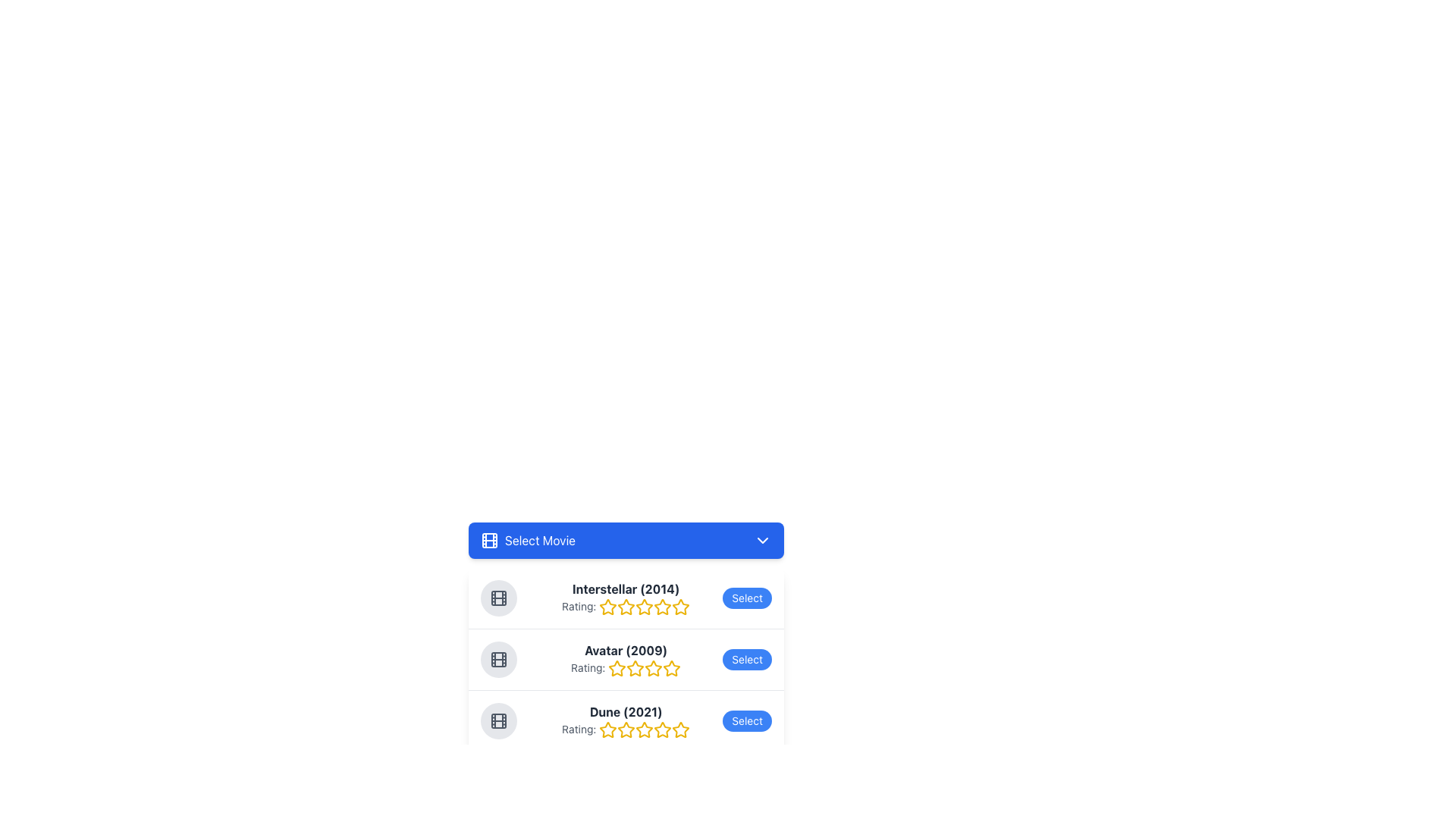 The height and width of the screenshot is (819, 1456). What do you see at coordinates (680, 607) in the screenshot?
I see `the fifth yellow rating star icon located below the text 'Interstellar (2014)' to interact with it` at bounding box center [680, 607].